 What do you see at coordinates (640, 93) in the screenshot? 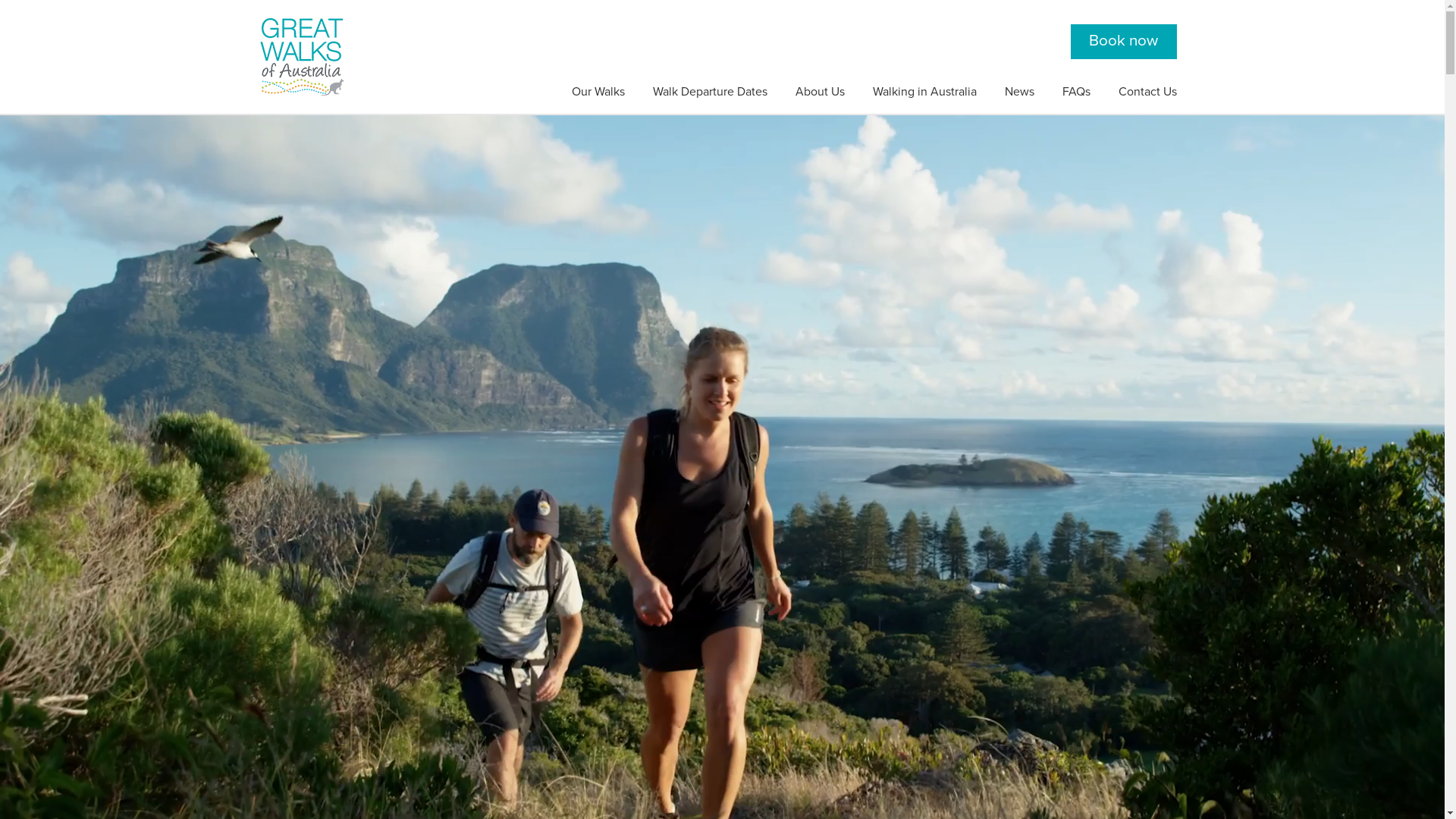
I see `'Walk Departure Dates'` at bounding box center [640, 93].